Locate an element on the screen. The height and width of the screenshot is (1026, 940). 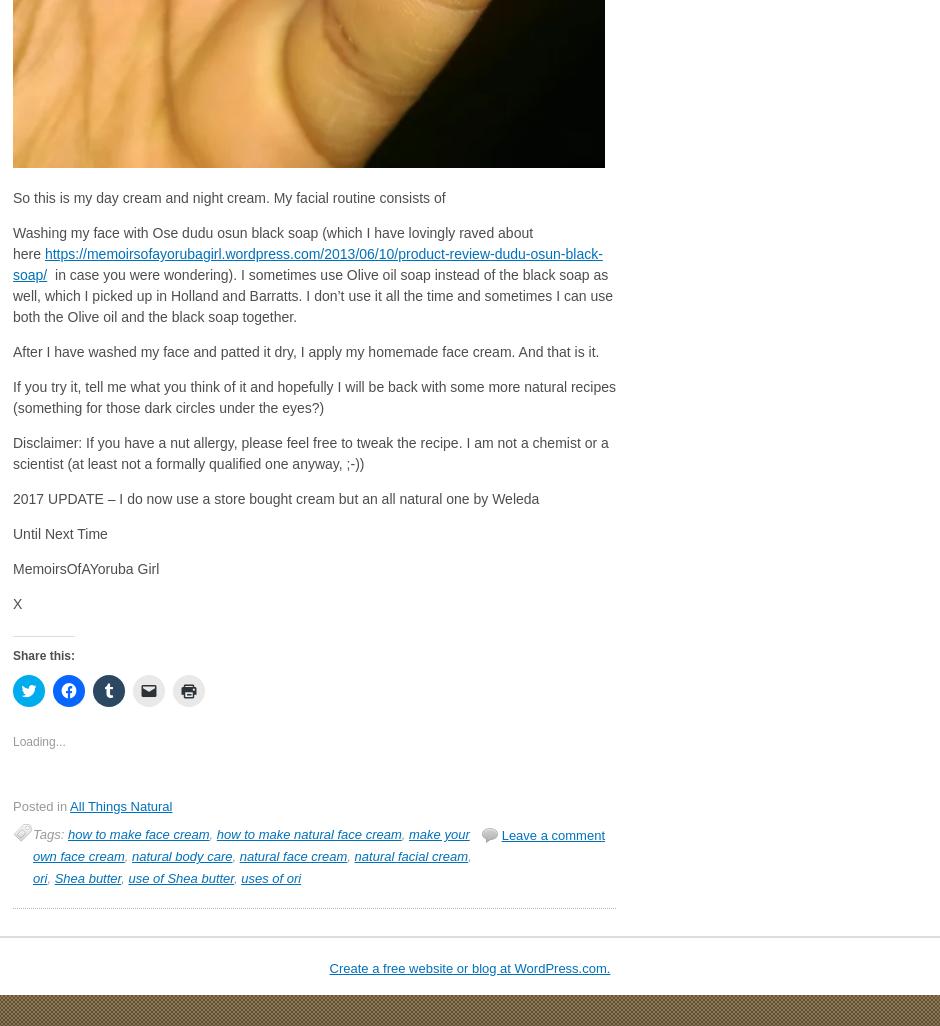
'Tags:' is located at coordinates (49, 834).